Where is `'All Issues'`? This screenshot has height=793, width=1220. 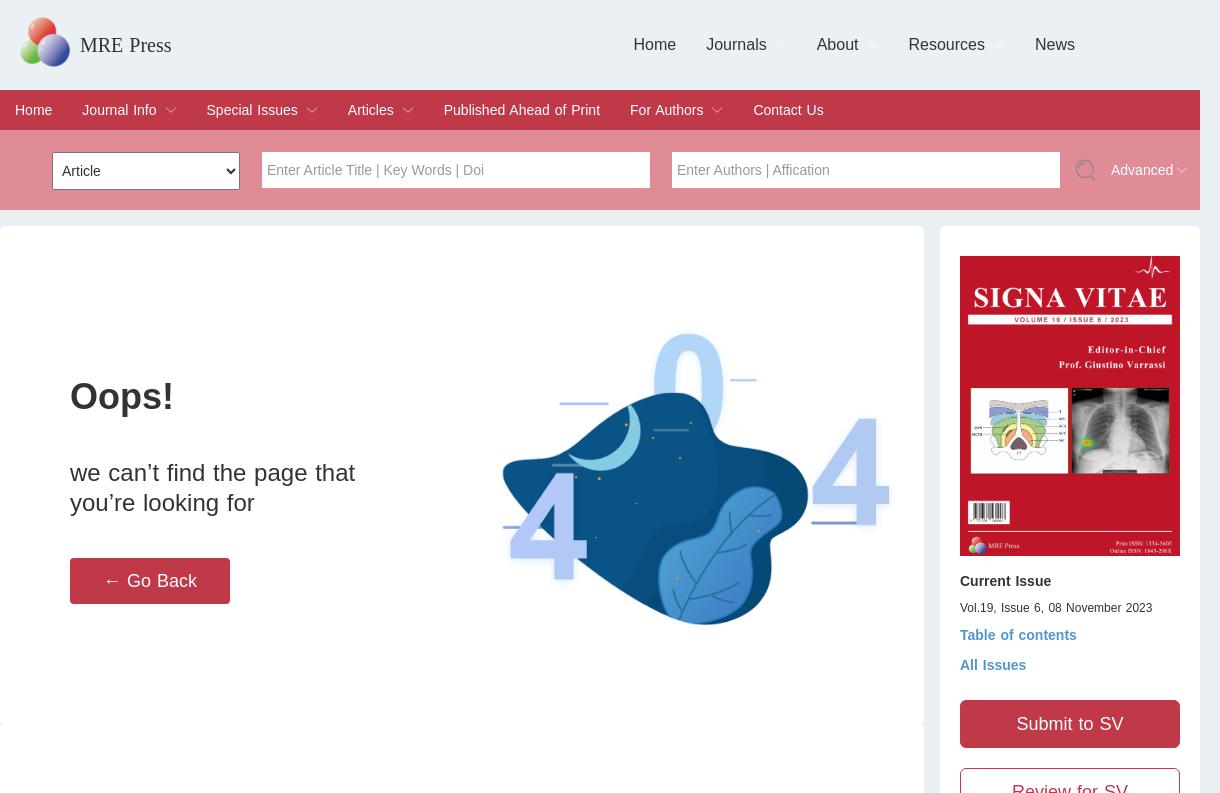
'All Issues' is located at coordinates (991, 665).